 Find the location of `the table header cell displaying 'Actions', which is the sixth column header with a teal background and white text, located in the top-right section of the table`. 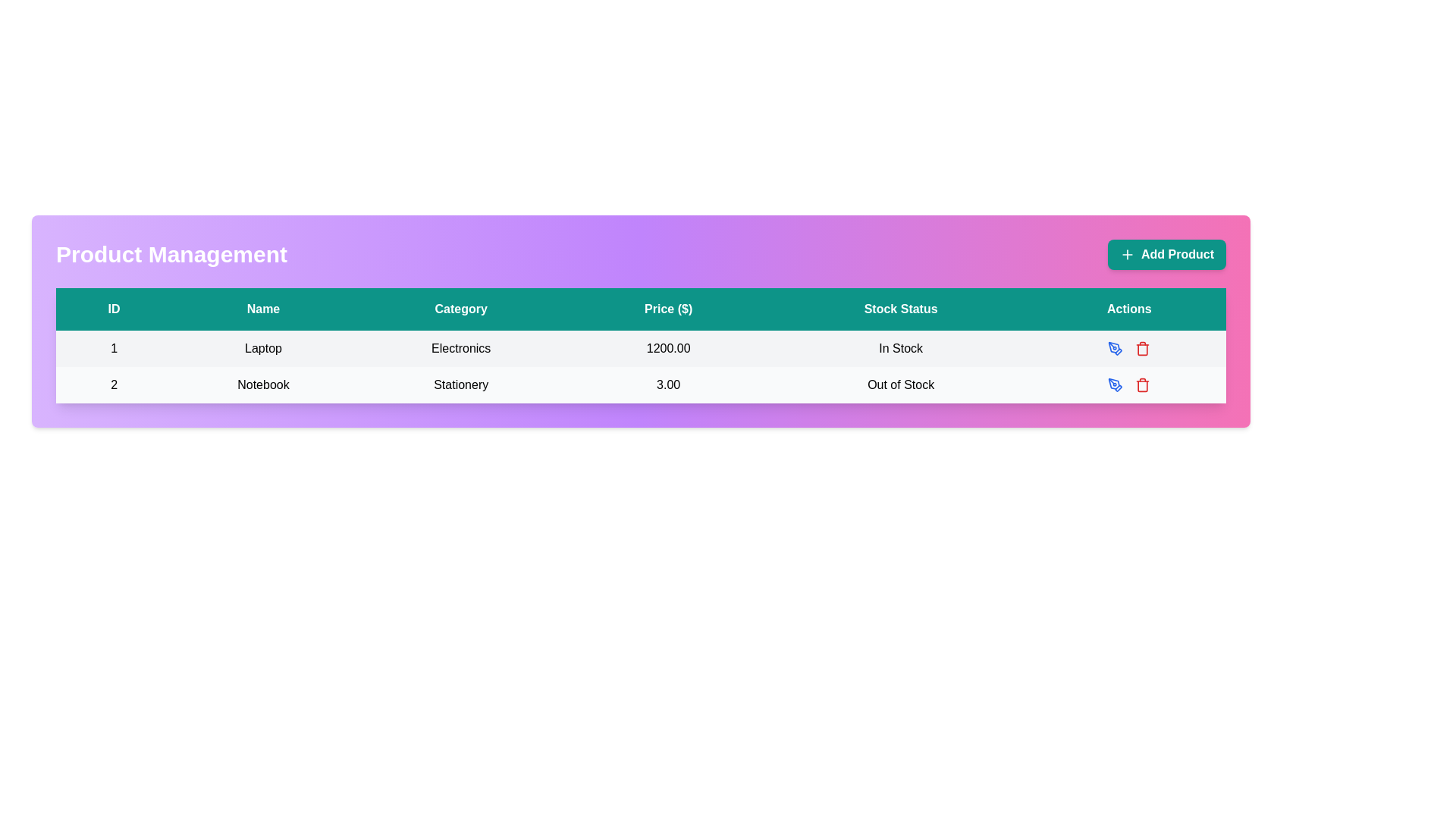

the table header cell displaying 'Actions', which is the sixth column header with a teal background and white text, located in the top-right section of the table is located at coordinates (1129, 309).